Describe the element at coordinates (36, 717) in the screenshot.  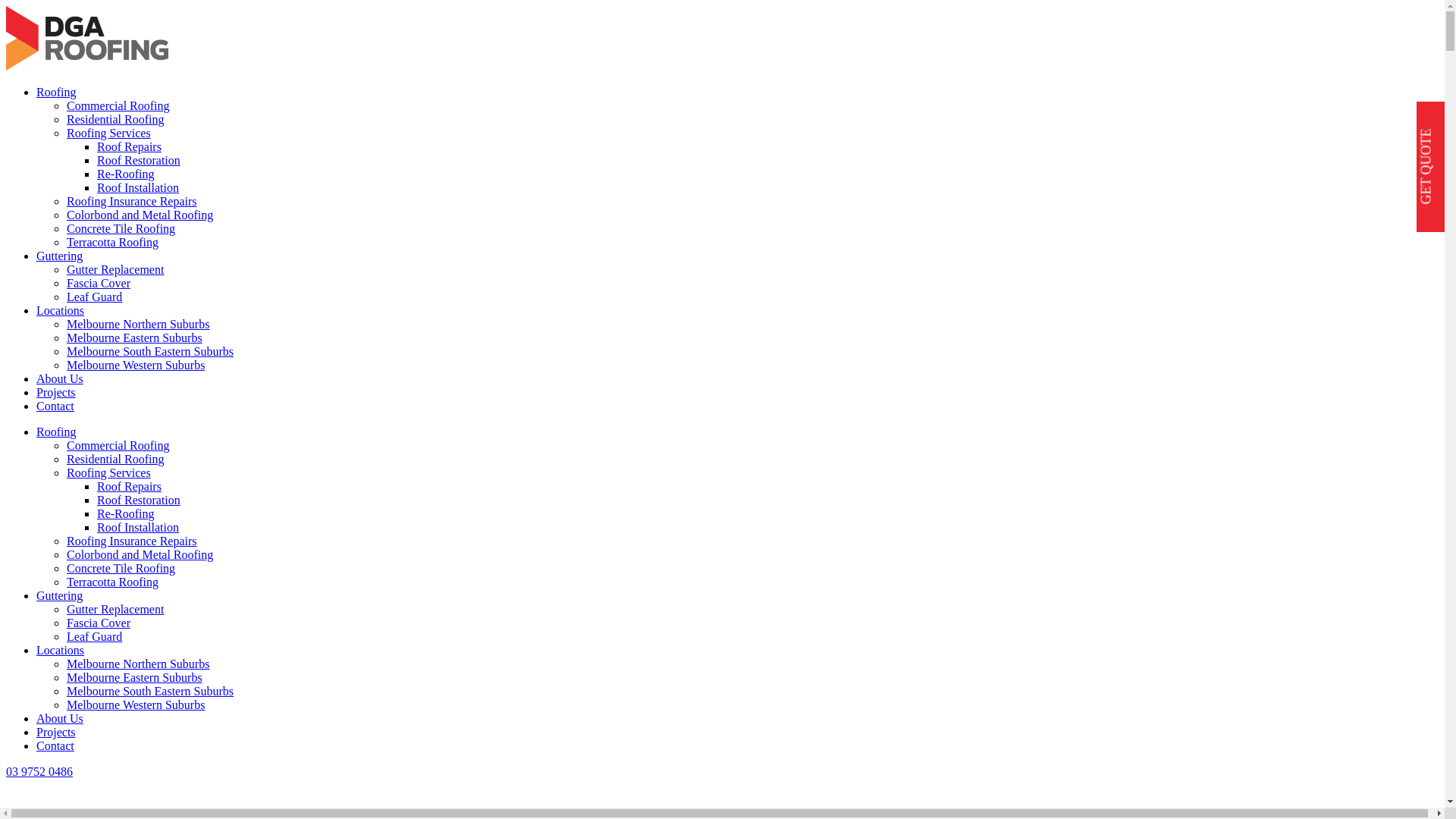
I see `'About Us'` at that location.